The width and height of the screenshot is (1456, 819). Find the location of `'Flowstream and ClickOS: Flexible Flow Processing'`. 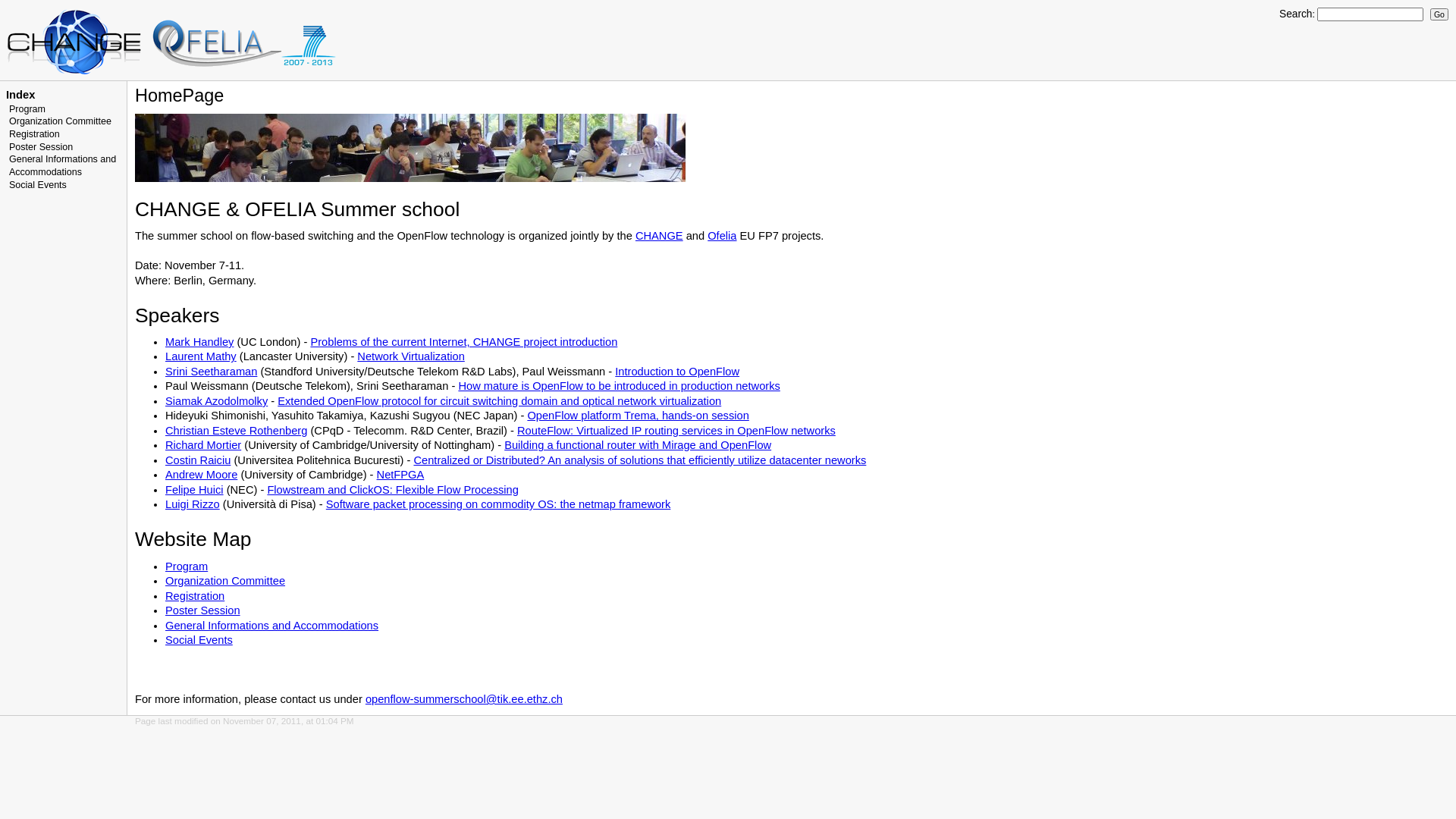

'Flowstream and ClickOS: Flexible Flow Processing' is located at coordinates (393, 489).